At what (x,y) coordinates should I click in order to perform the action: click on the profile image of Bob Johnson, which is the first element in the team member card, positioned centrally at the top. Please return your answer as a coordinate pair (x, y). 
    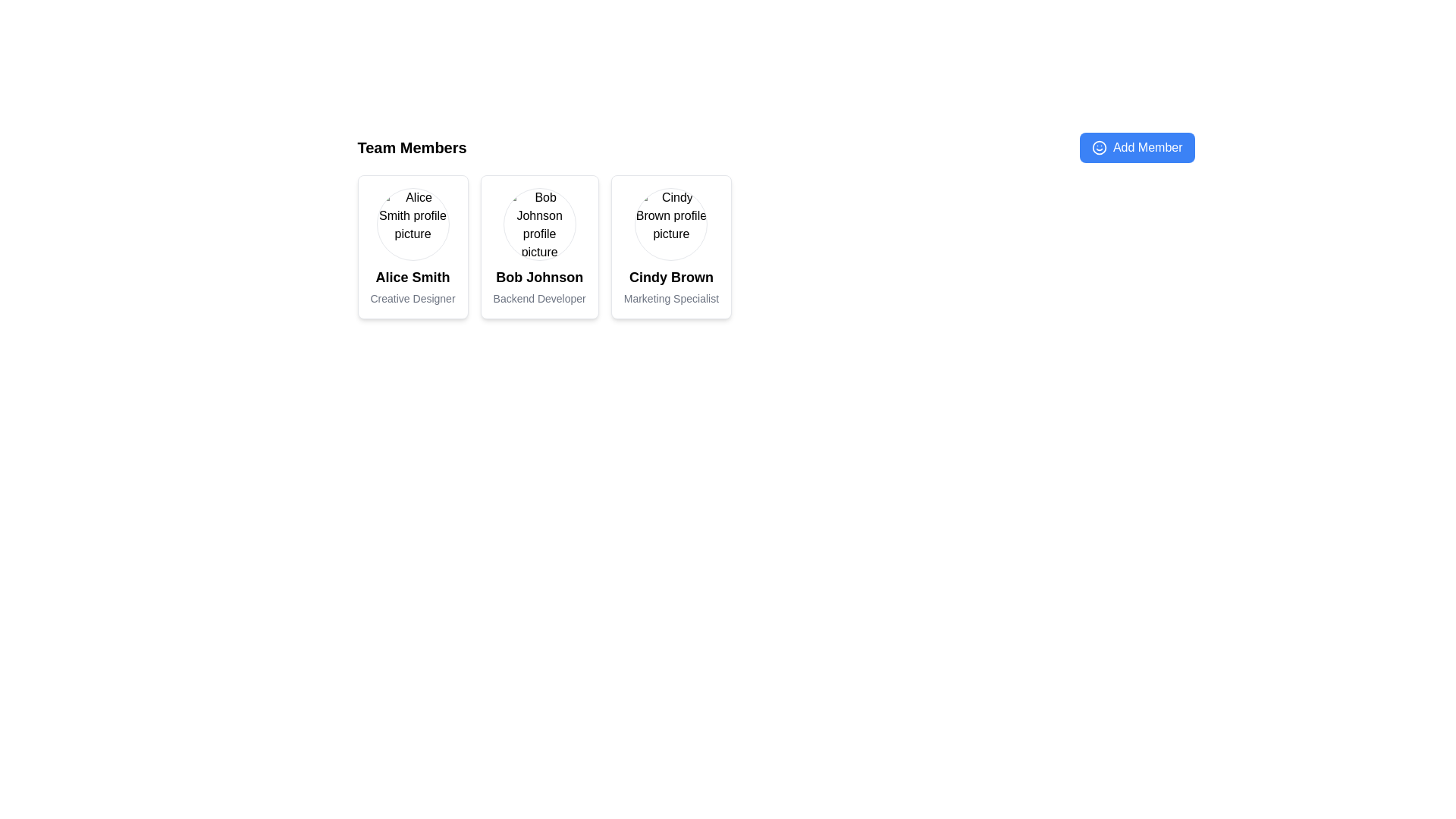
    Looking at the image, I should click on (539, 224).